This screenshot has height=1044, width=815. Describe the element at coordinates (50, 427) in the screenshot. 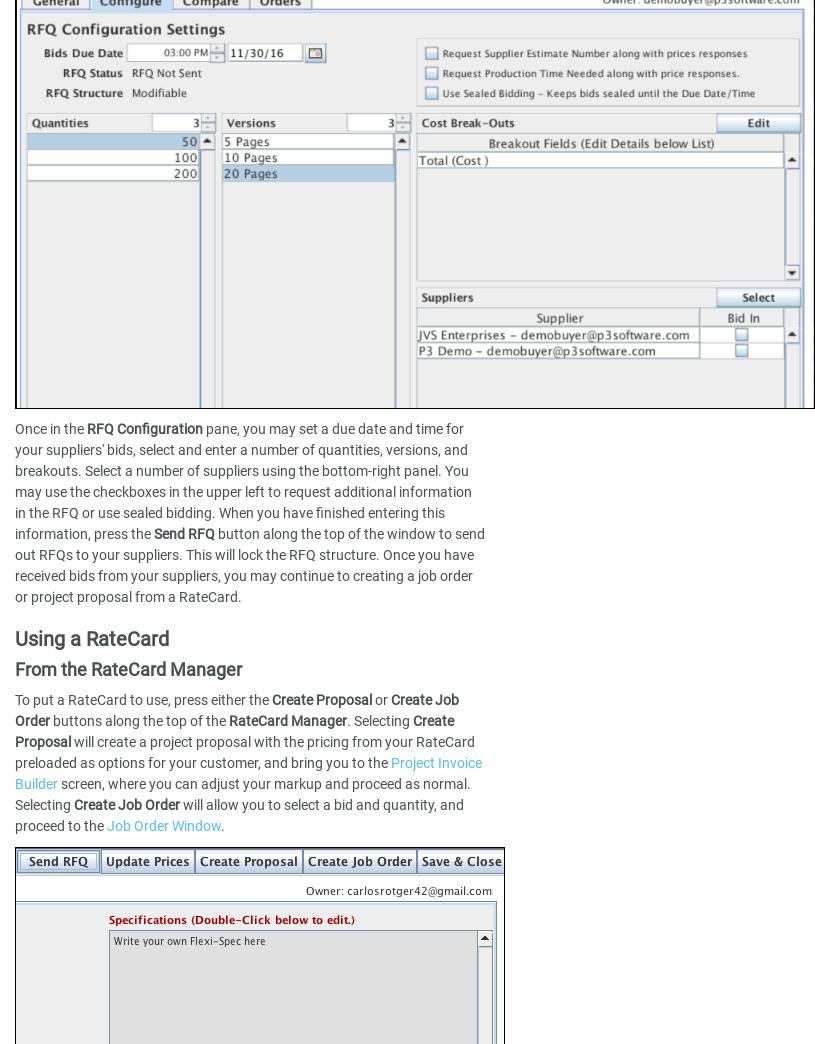

I see `'Once in the'` at that location.